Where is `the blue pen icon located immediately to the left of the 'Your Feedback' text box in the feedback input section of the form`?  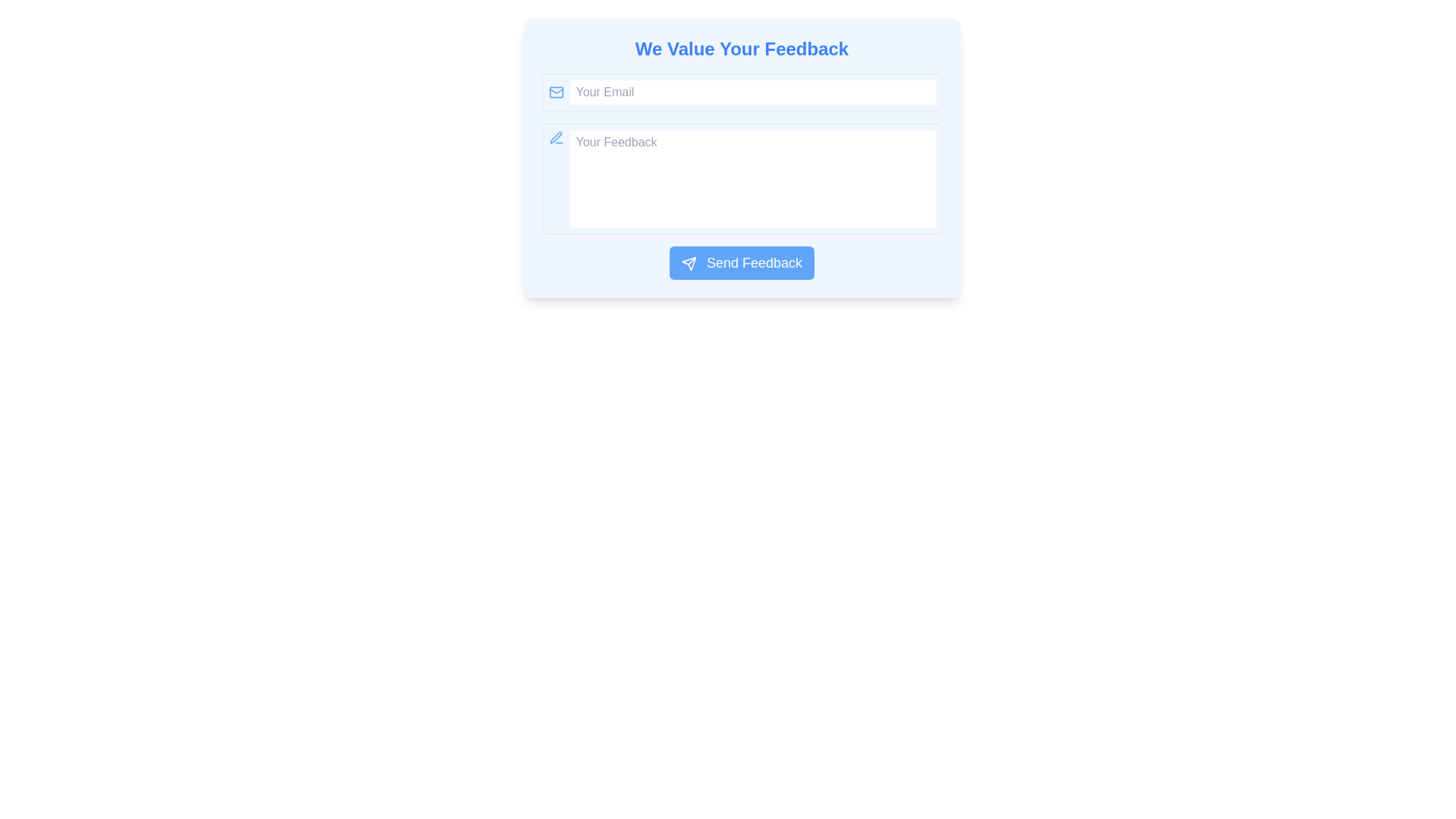
the blue pen icon located immediately to the left of the 'Your Feedback' text box in the feedback input section of the form is located at coordinates (555, 137).